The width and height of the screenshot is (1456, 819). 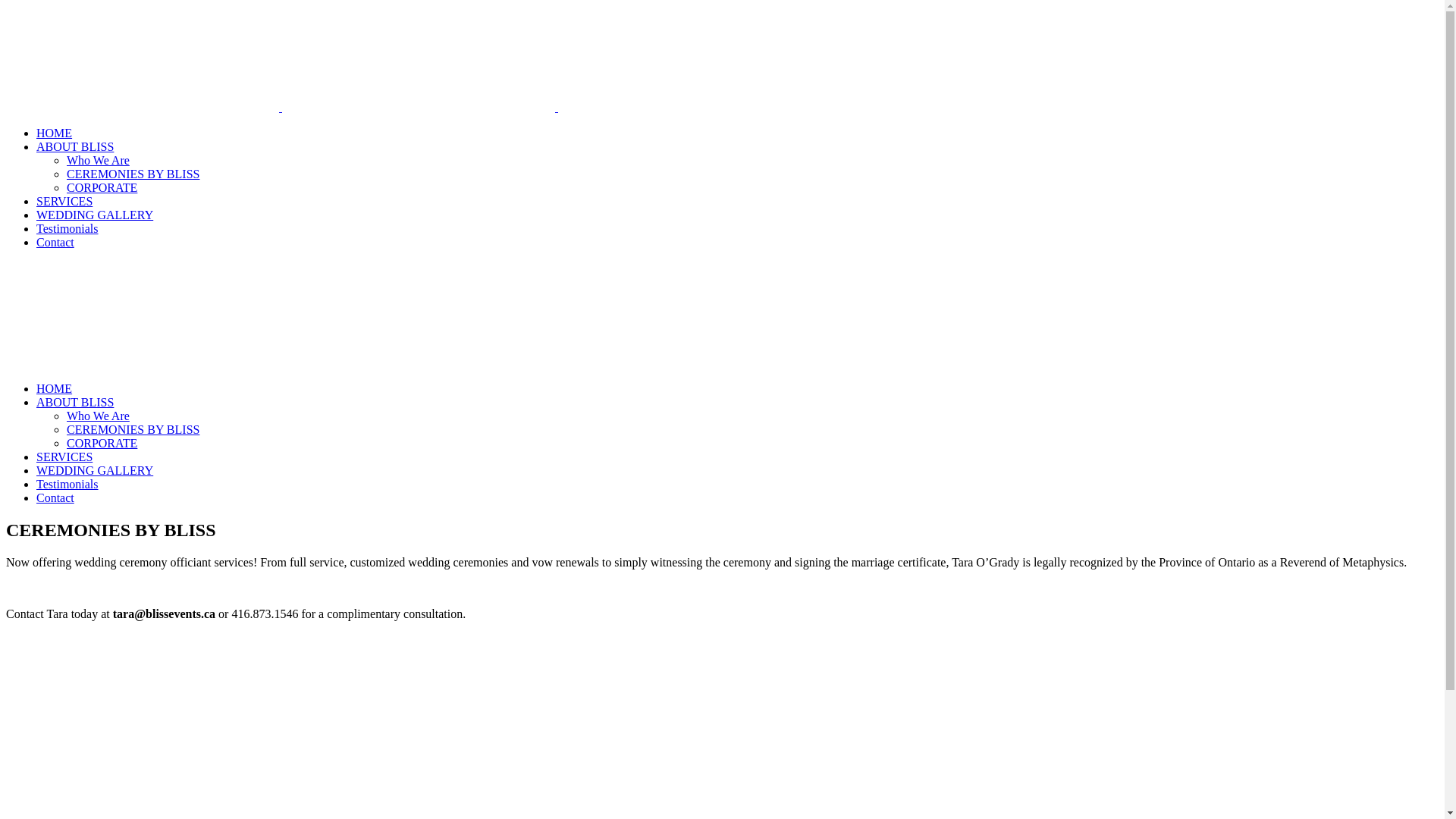 What do you see at coordinates (55, 497) in the screenshot?
I see `'Contact'` at bounding box center [55, 497].